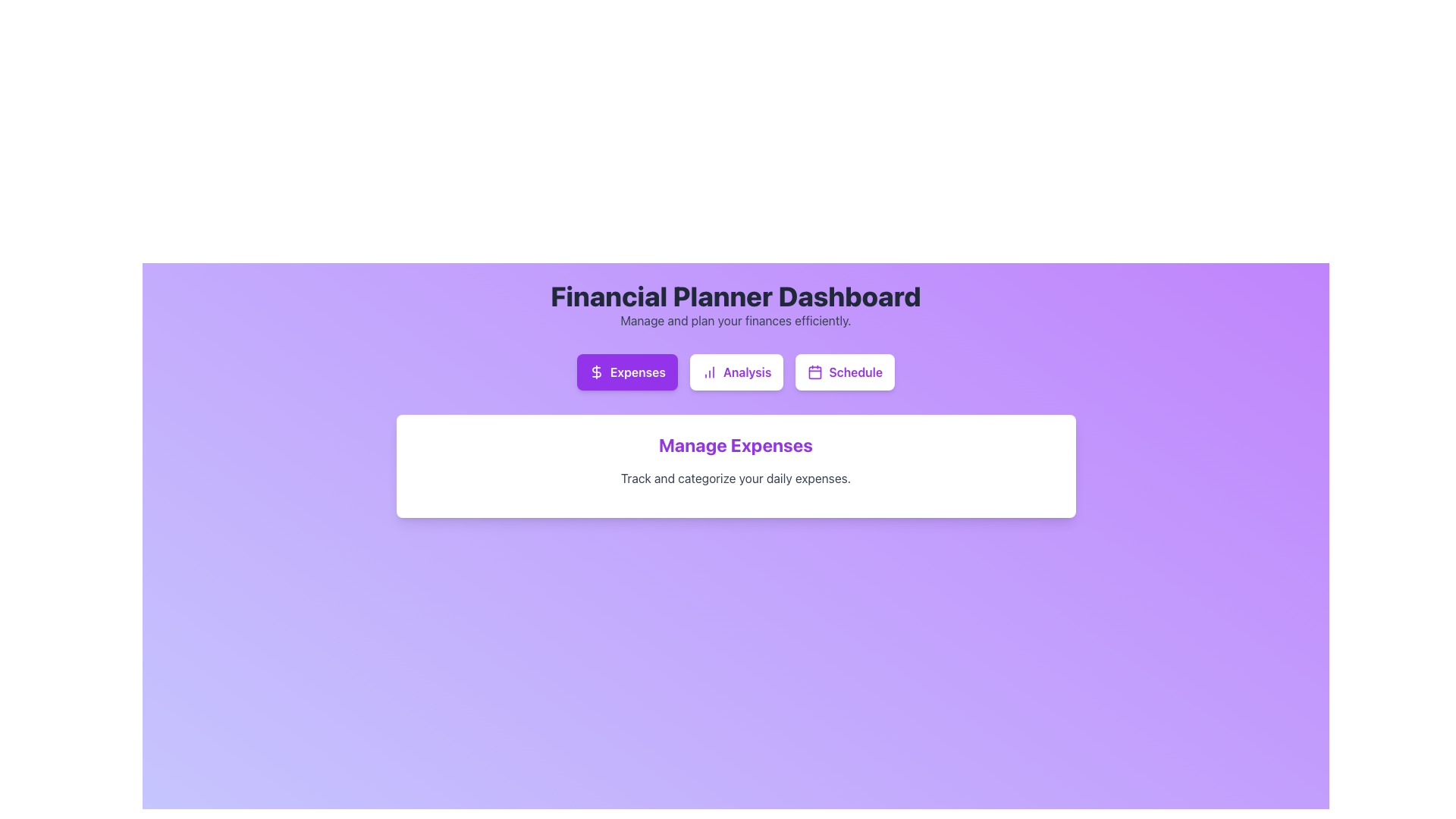  Describe the element at coordinates (736, 372) in the screenshot. I see `the button labeled 'Analysis' which has a white background and purple text, located in the middle of a navigation bar between 'Expenses' and 'Schedule'` at that location.